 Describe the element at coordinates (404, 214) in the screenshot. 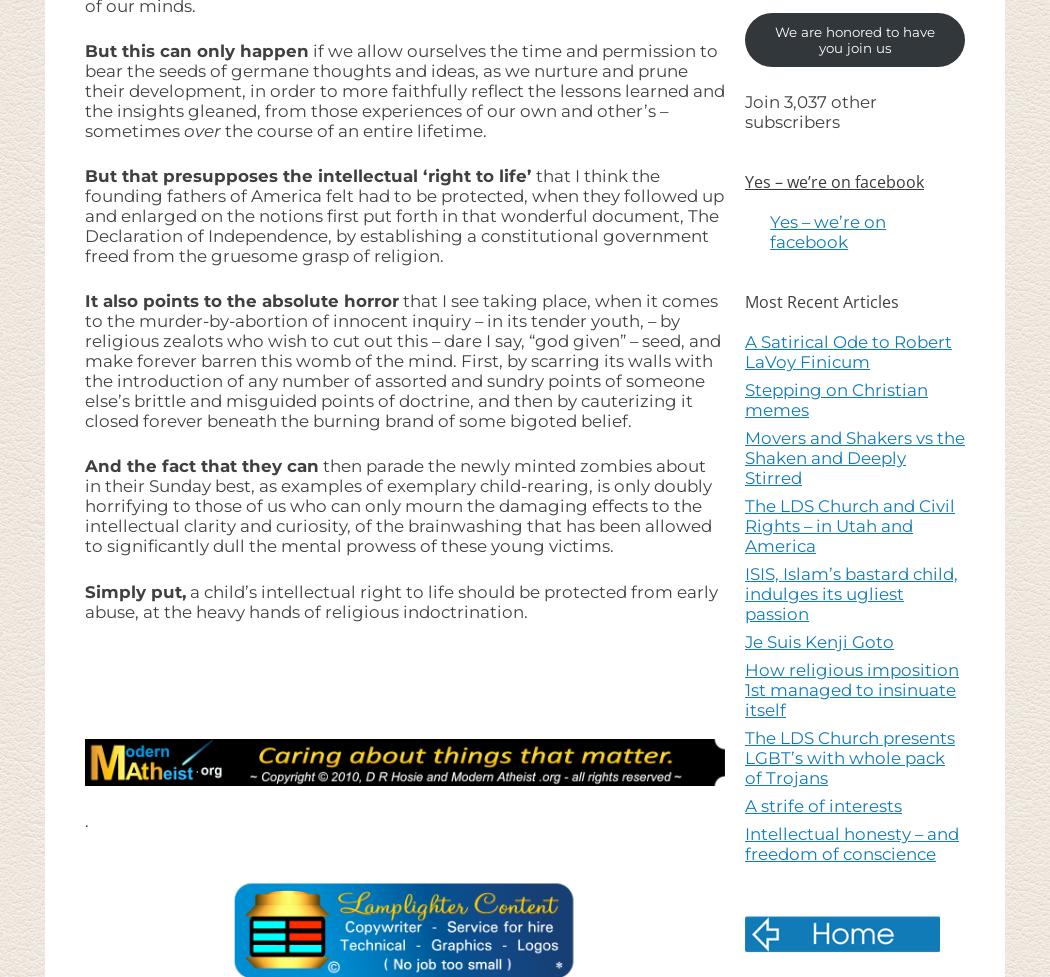

I see `'that I think the founding fathers of America felt had to be protected, when they followed up and enlarged on the notions first put forth in that wonderful document, The Declaration of Independence, by establishing a constitutional government freed from the gruesome grasp of religion.'` at that location.